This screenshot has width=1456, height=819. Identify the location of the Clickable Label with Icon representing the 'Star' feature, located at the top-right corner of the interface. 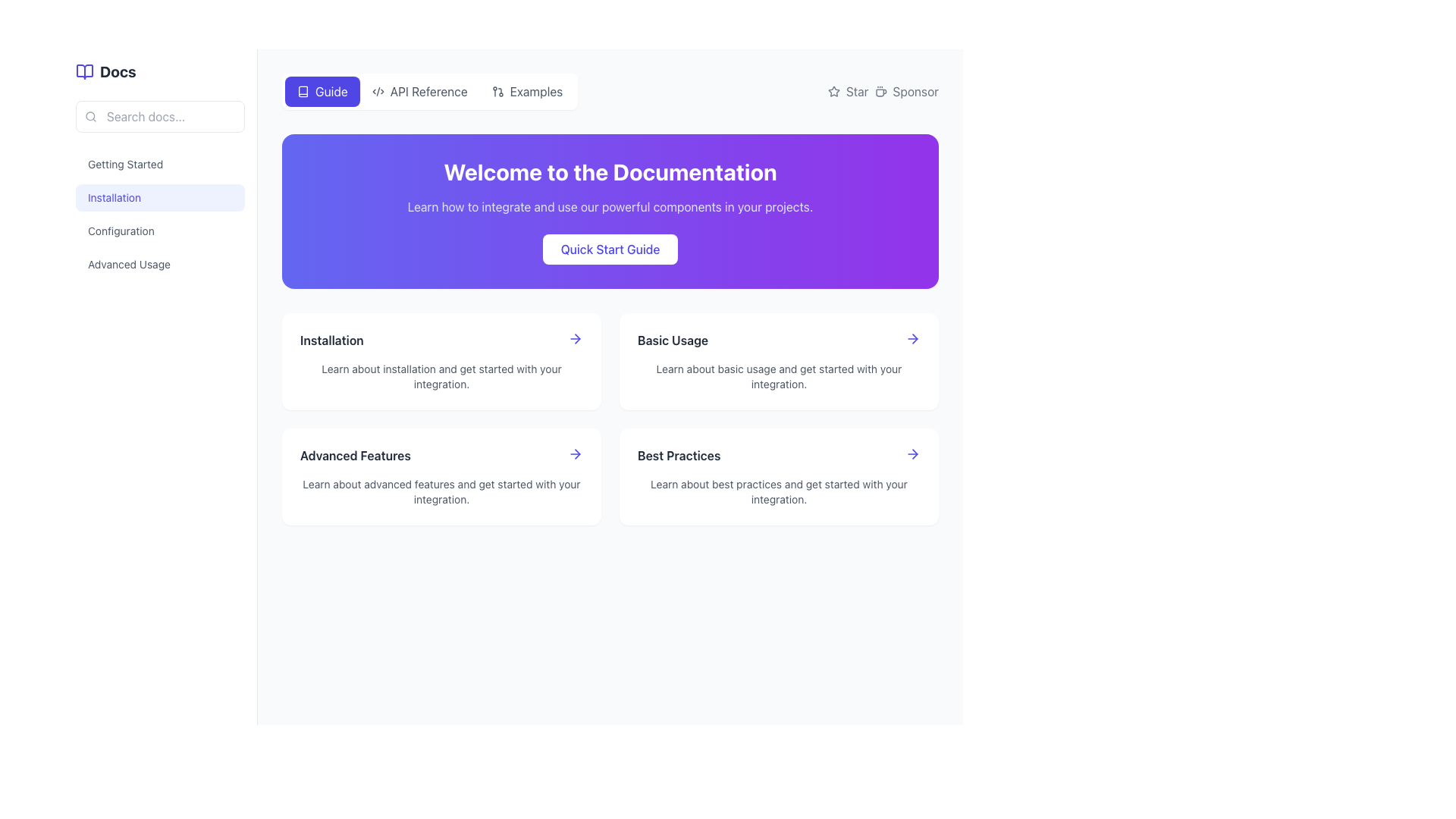
(847, 91).